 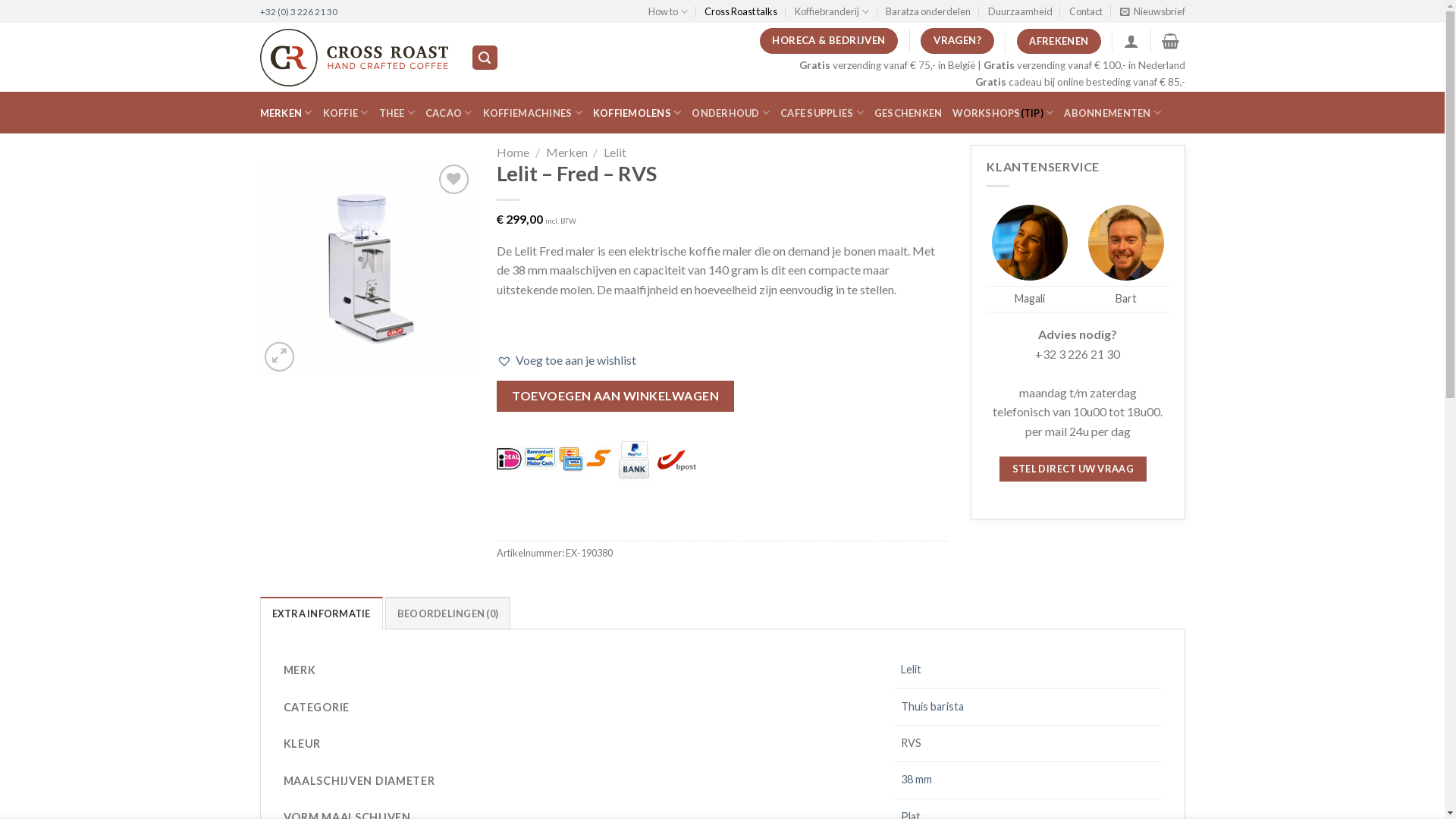 I want to click on 'Winkelwagen', so click(x=1160, y=40).